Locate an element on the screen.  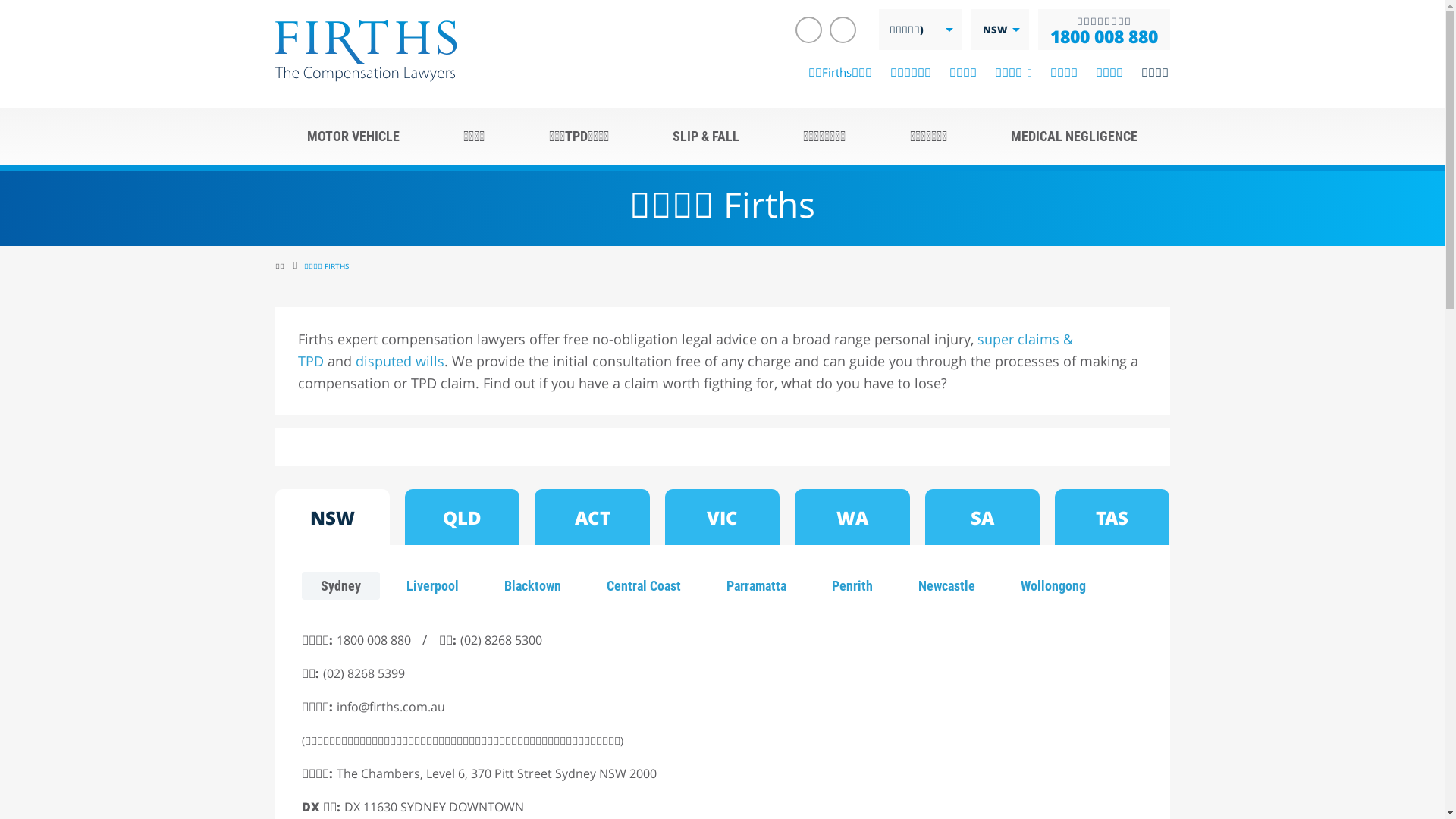
'TAS' is located at coordinates (1112, 516).